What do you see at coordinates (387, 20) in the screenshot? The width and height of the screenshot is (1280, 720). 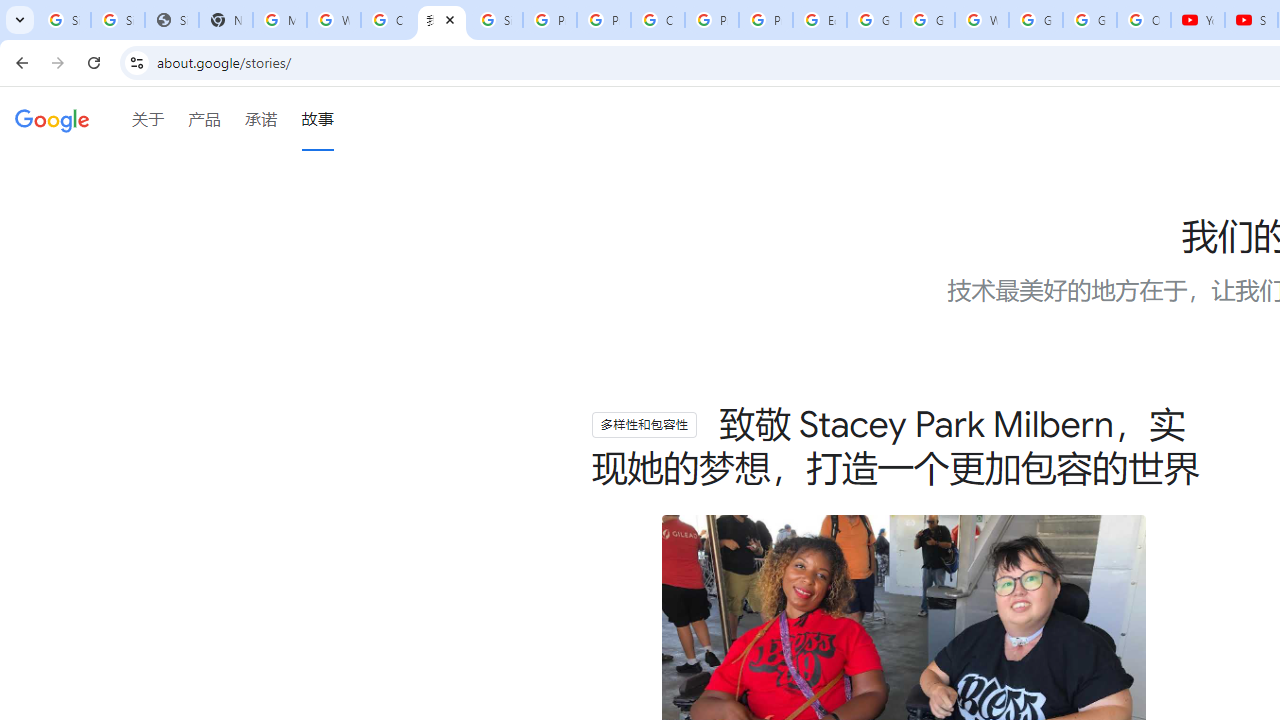 I see `'Create your Google Account'` at bounding box center [387, 20].